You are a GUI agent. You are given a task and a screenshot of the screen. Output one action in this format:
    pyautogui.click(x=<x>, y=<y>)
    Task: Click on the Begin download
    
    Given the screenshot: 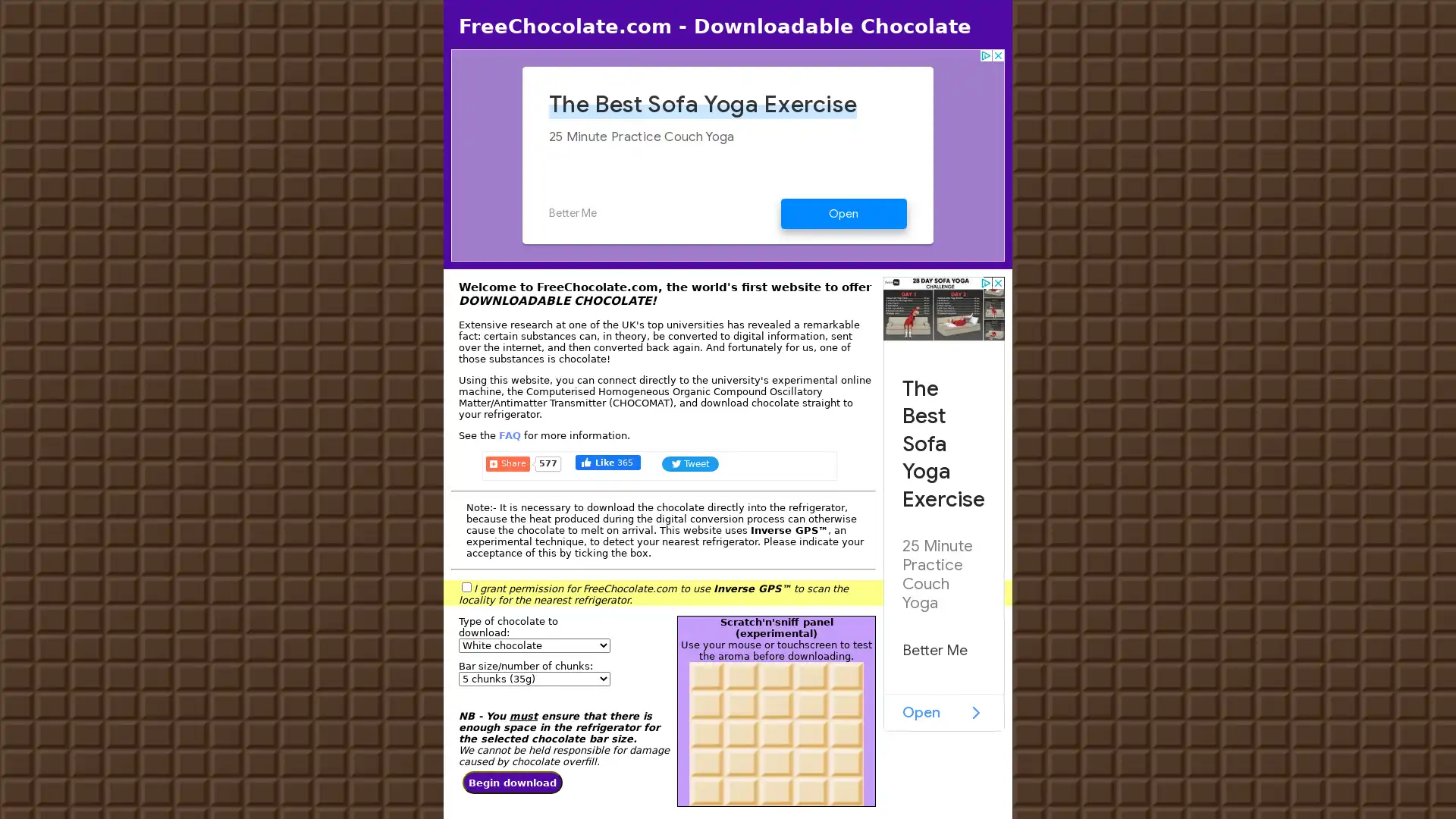 What is the action you would take?
    pyautogui.click(x=513, y=783)
    